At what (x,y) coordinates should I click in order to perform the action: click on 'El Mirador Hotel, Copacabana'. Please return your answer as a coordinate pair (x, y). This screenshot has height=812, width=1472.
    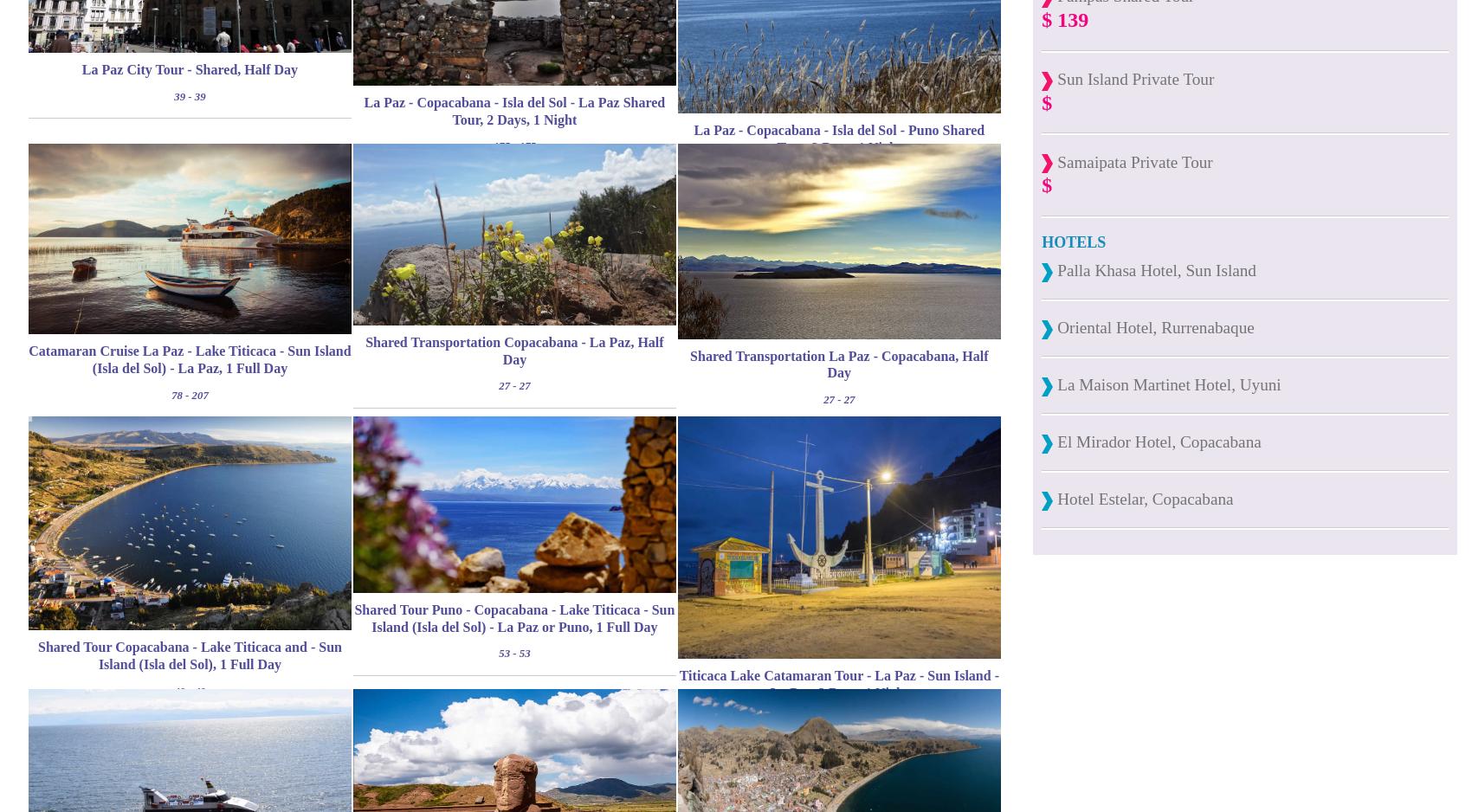
    Looking at the image, I should click on (1157, 441).